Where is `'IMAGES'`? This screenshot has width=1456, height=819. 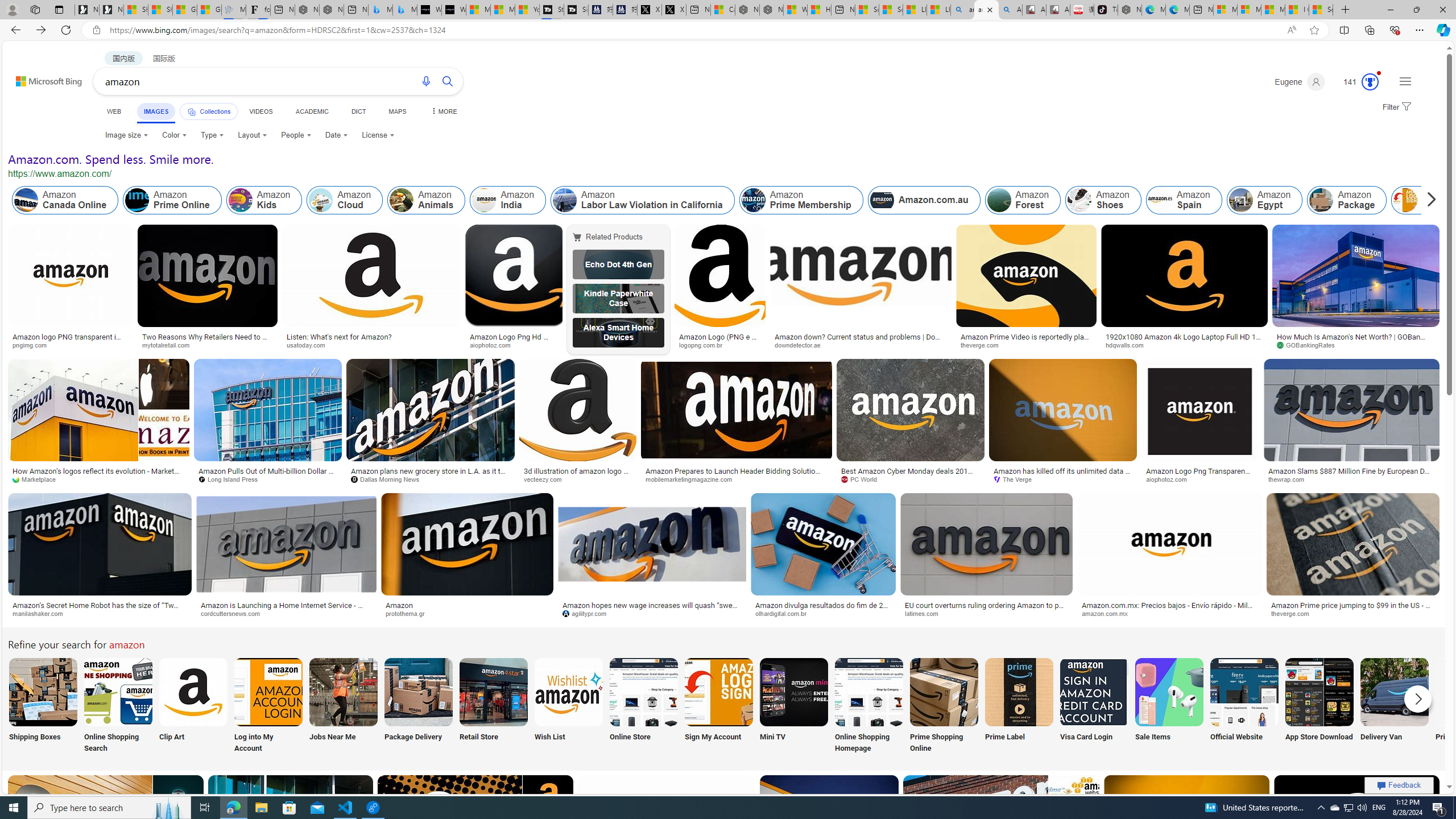
'IMAGES' is located at coordinates (156, 113).